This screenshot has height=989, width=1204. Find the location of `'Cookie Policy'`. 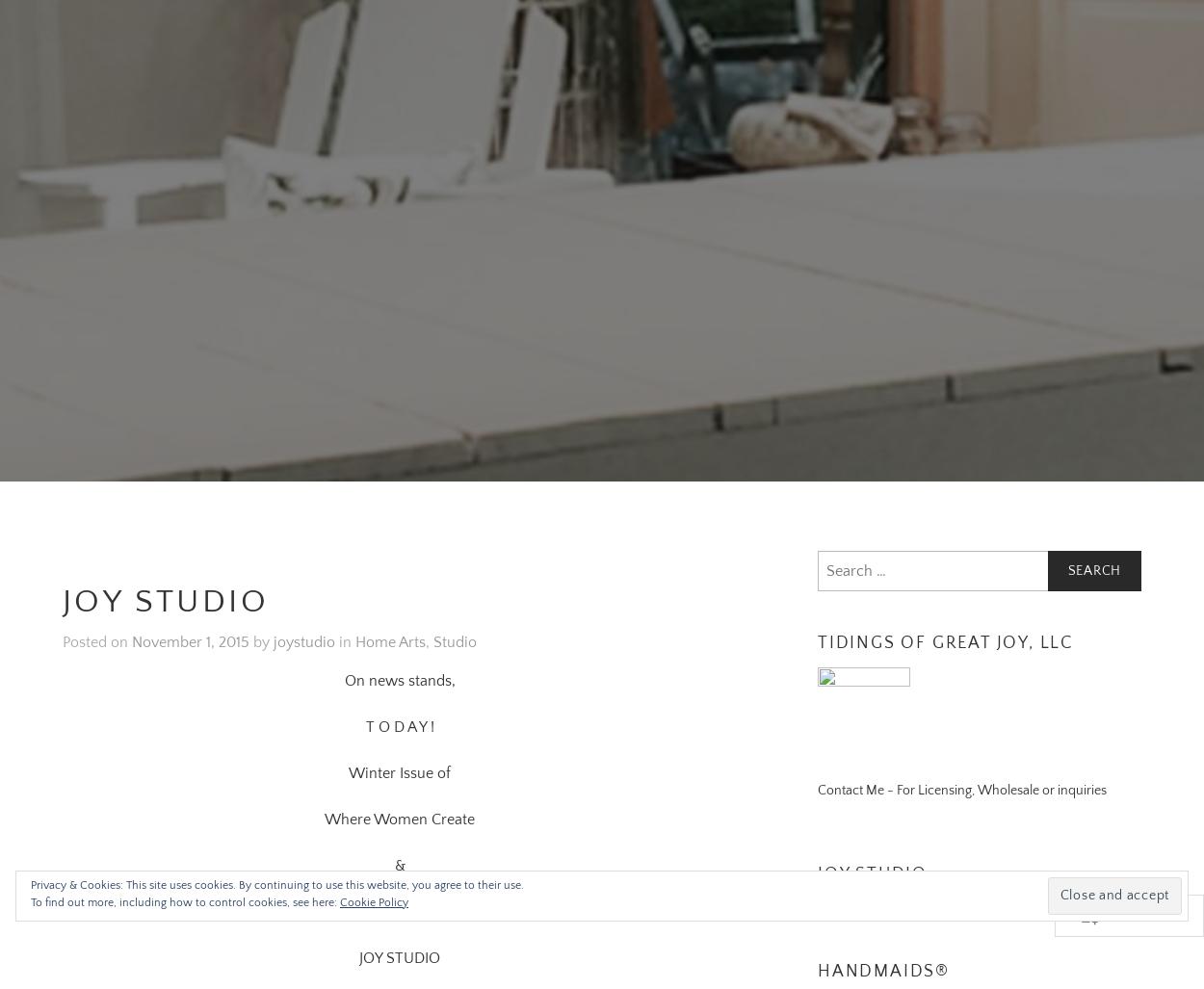

'Cookie Policy' is located at coordinates (339, 902).